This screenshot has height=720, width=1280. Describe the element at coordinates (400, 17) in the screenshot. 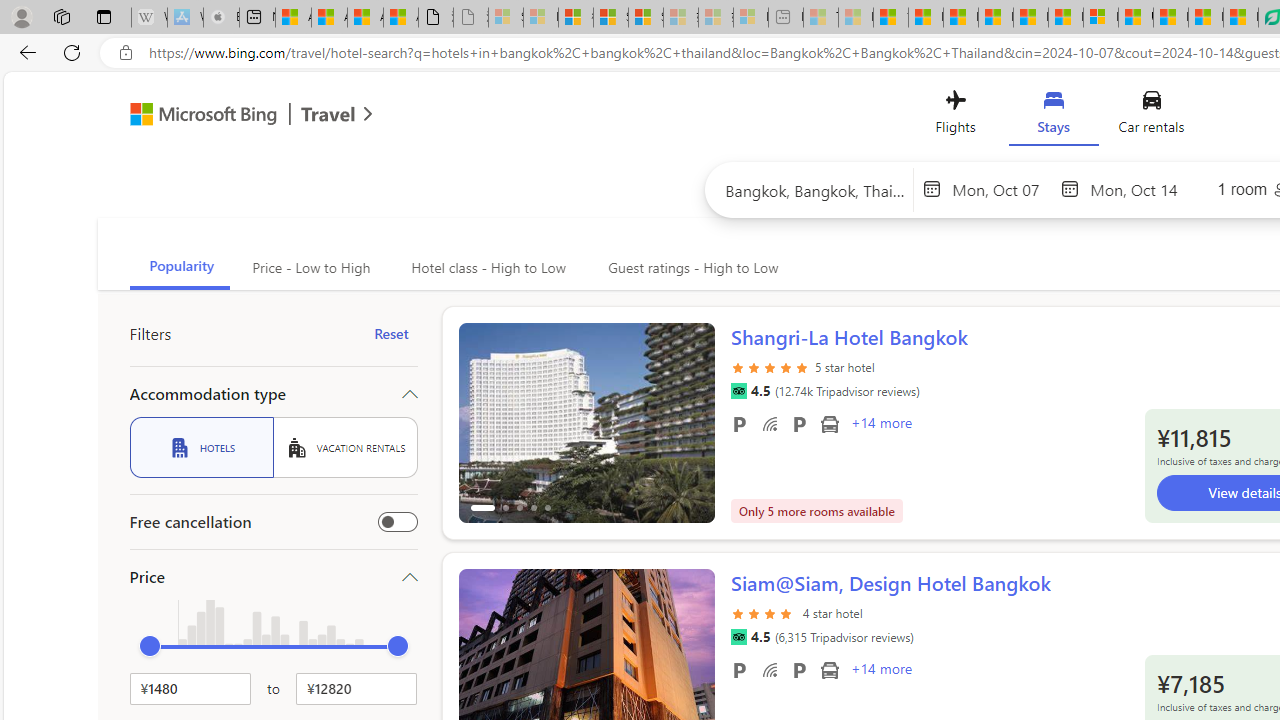

I see `'Aberdeen, Hong Kong SAR severe weather | Microsoft Weather'` at that location.